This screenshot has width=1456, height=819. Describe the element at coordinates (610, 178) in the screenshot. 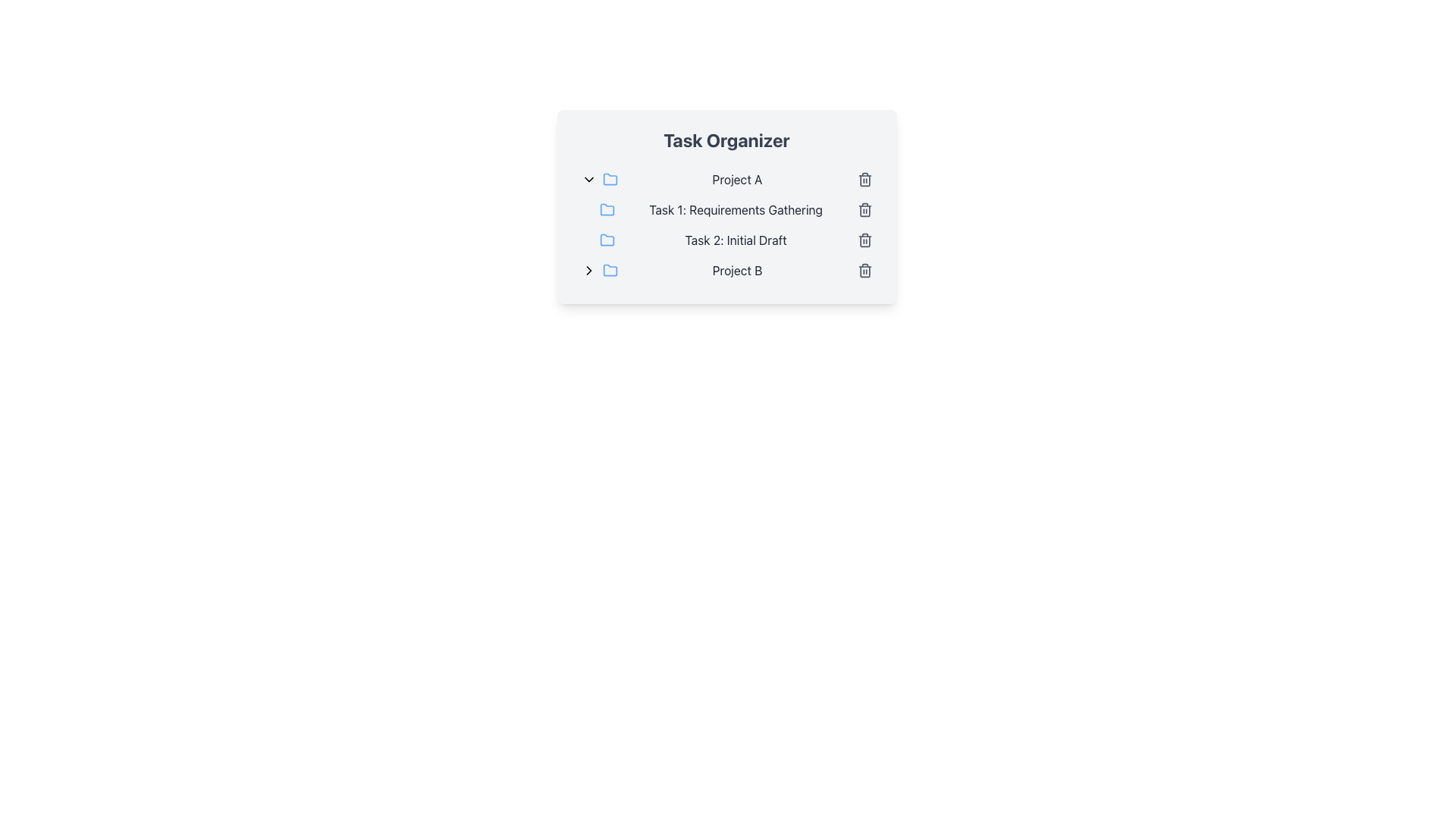

I see `the small folder icon with a blue outline located to the left of the text 'Project A'` at that location.